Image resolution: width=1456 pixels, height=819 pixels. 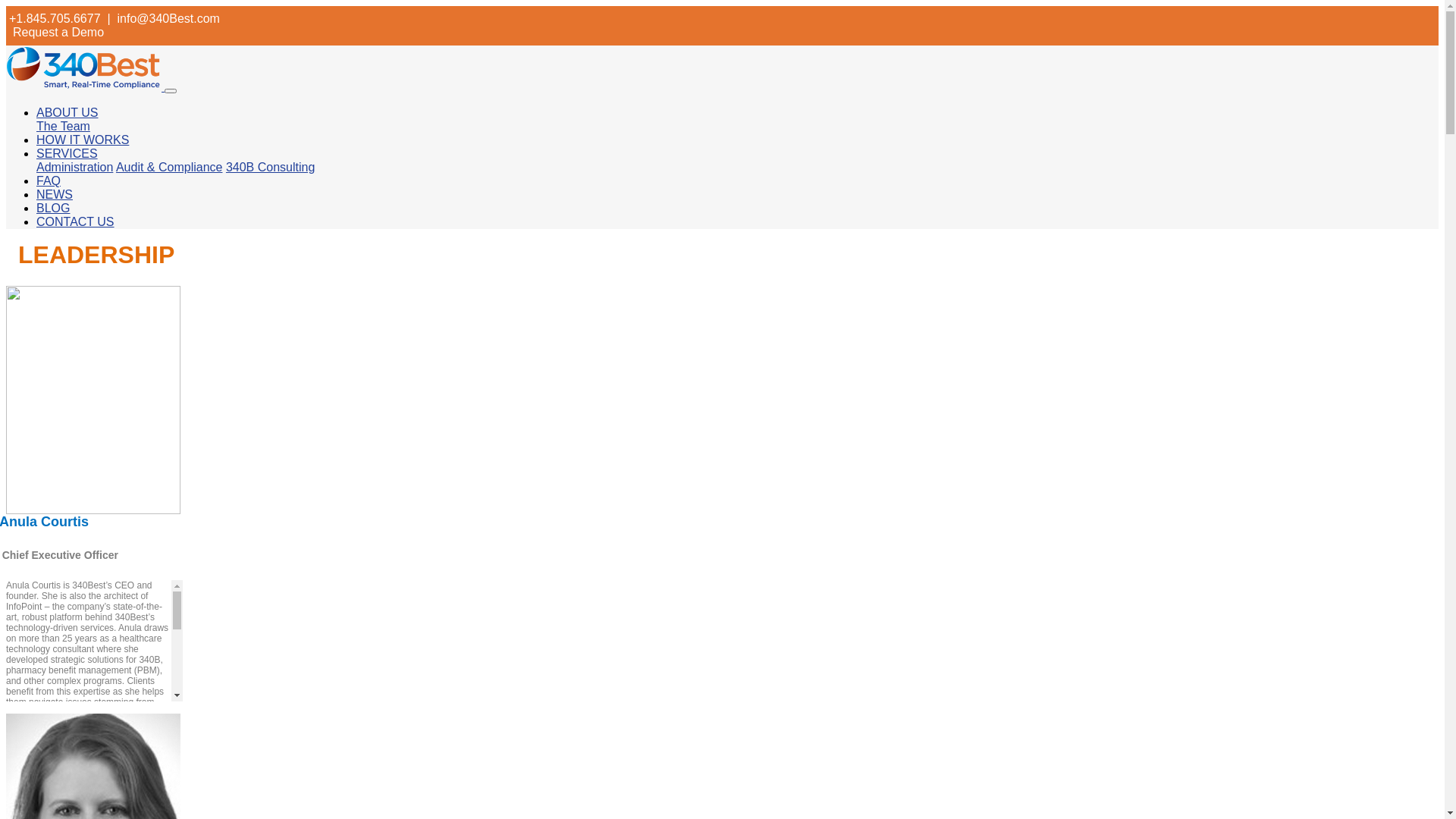 I want to click on 'CONTACT US', so click(x=74, y=221).